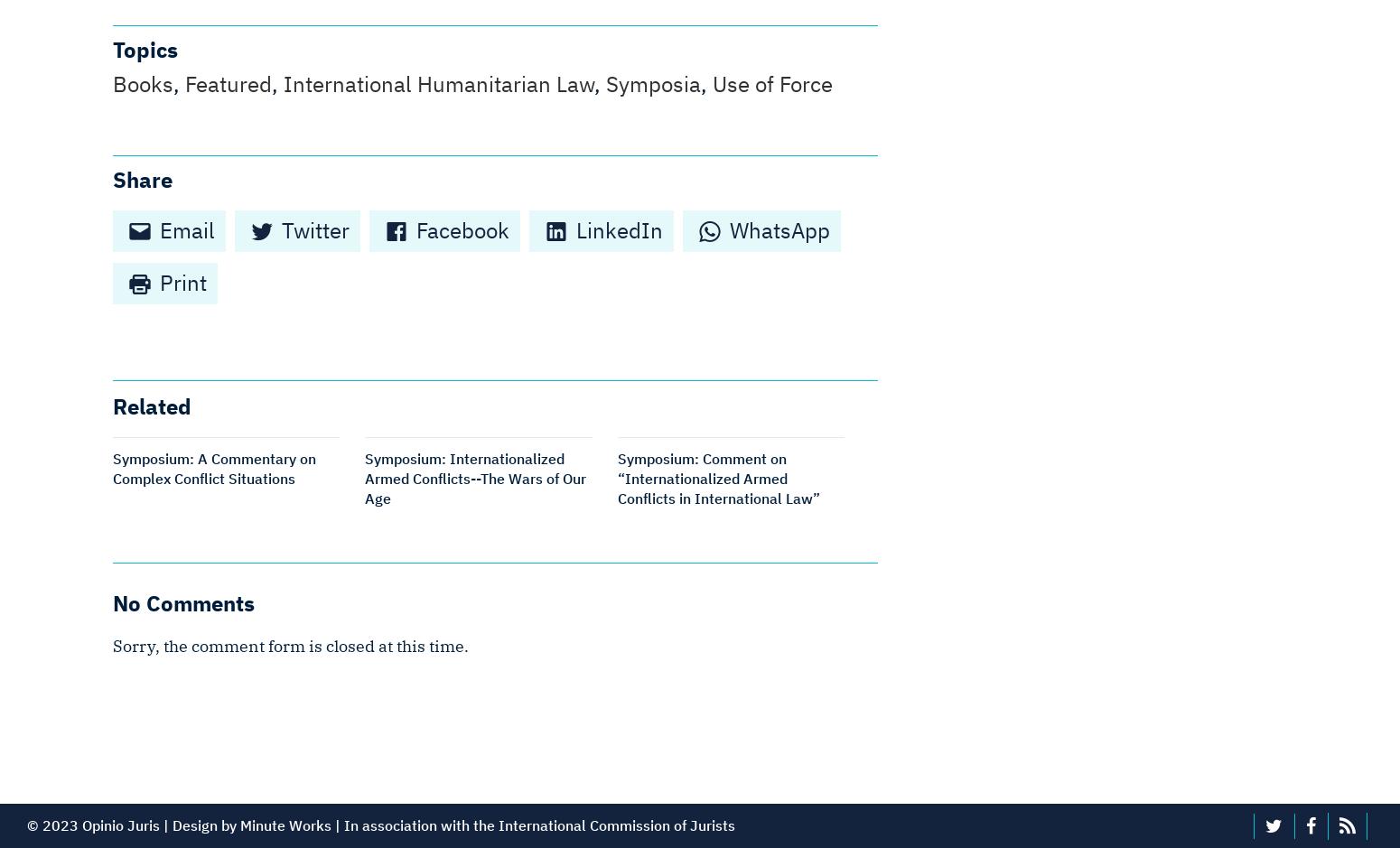 Image resolution: width=1400 pixels, height=848 pixels. What do you see at coordinates (779, 229) in the screenshot?
I see `'WhatsApp'` at bounding box center [779, 229].